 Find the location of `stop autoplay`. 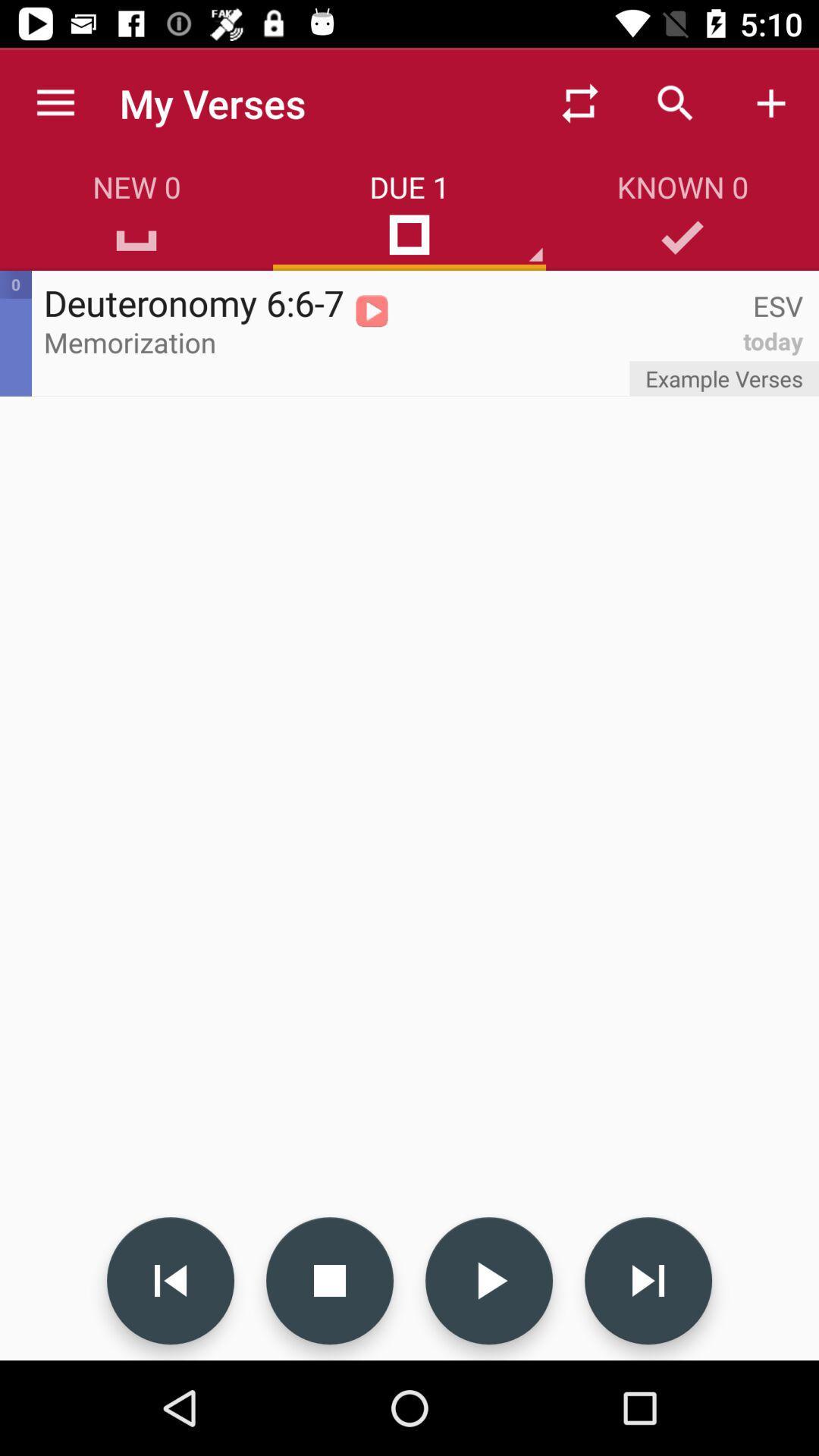

stop autoplay is located at coordinates (329, 1280).